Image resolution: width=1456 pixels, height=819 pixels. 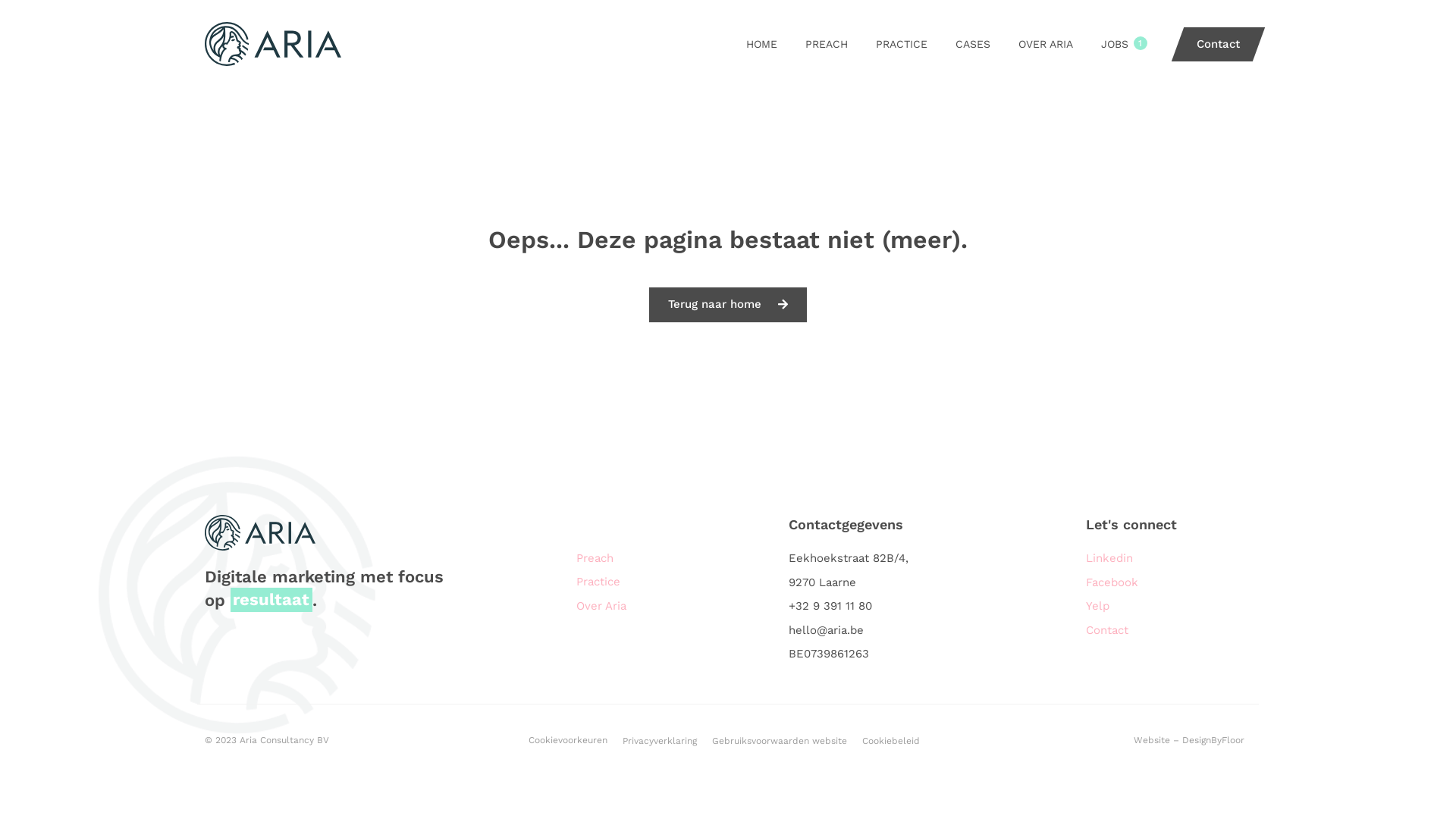 What do you see at coordinates (1084, 605) in the screenshot?
I see `'Yelp'` at bounding box center [1084, 605].